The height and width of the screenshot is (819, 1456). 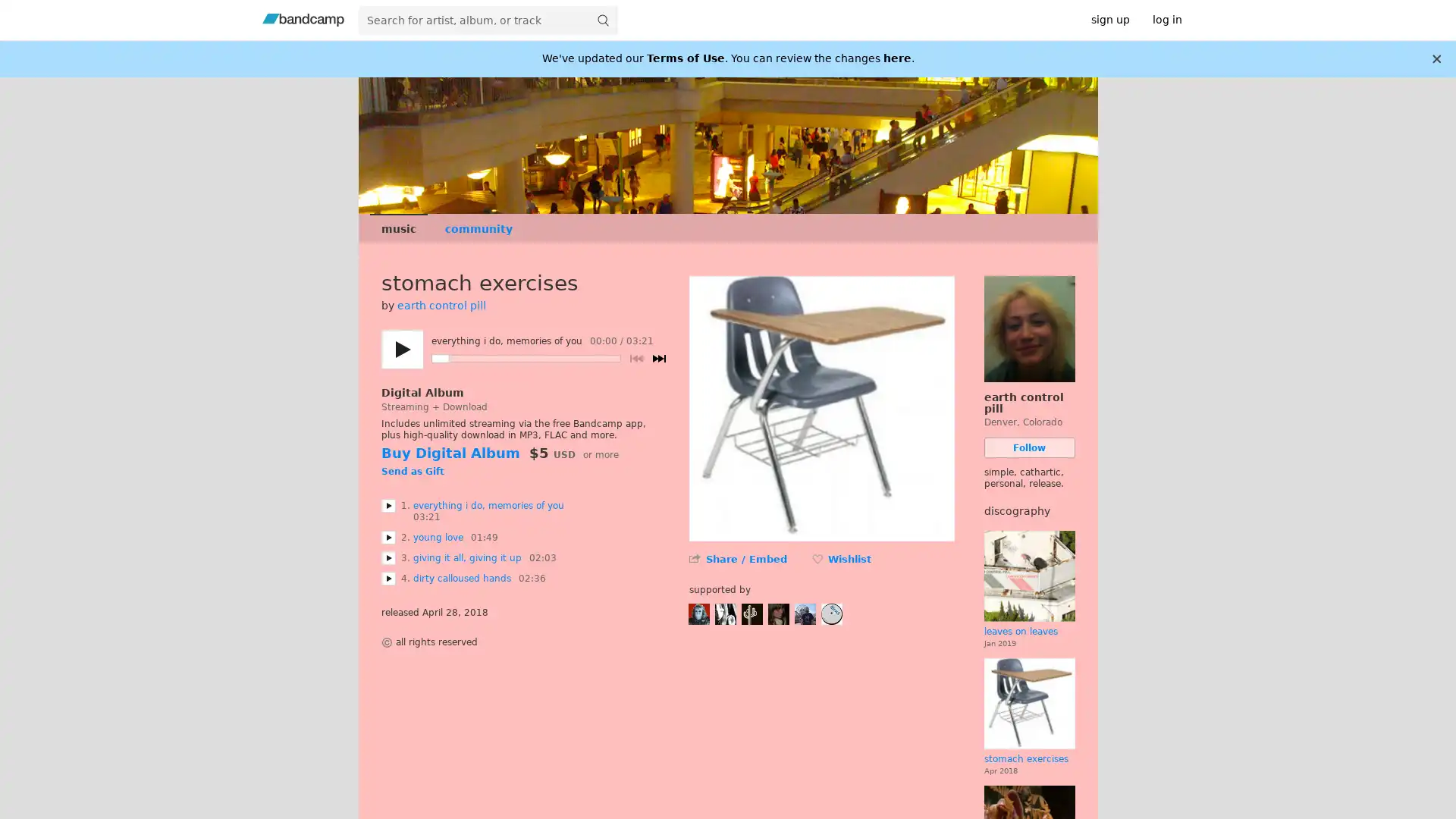 I want to click on Play/pause, so click(x=401, y=350).